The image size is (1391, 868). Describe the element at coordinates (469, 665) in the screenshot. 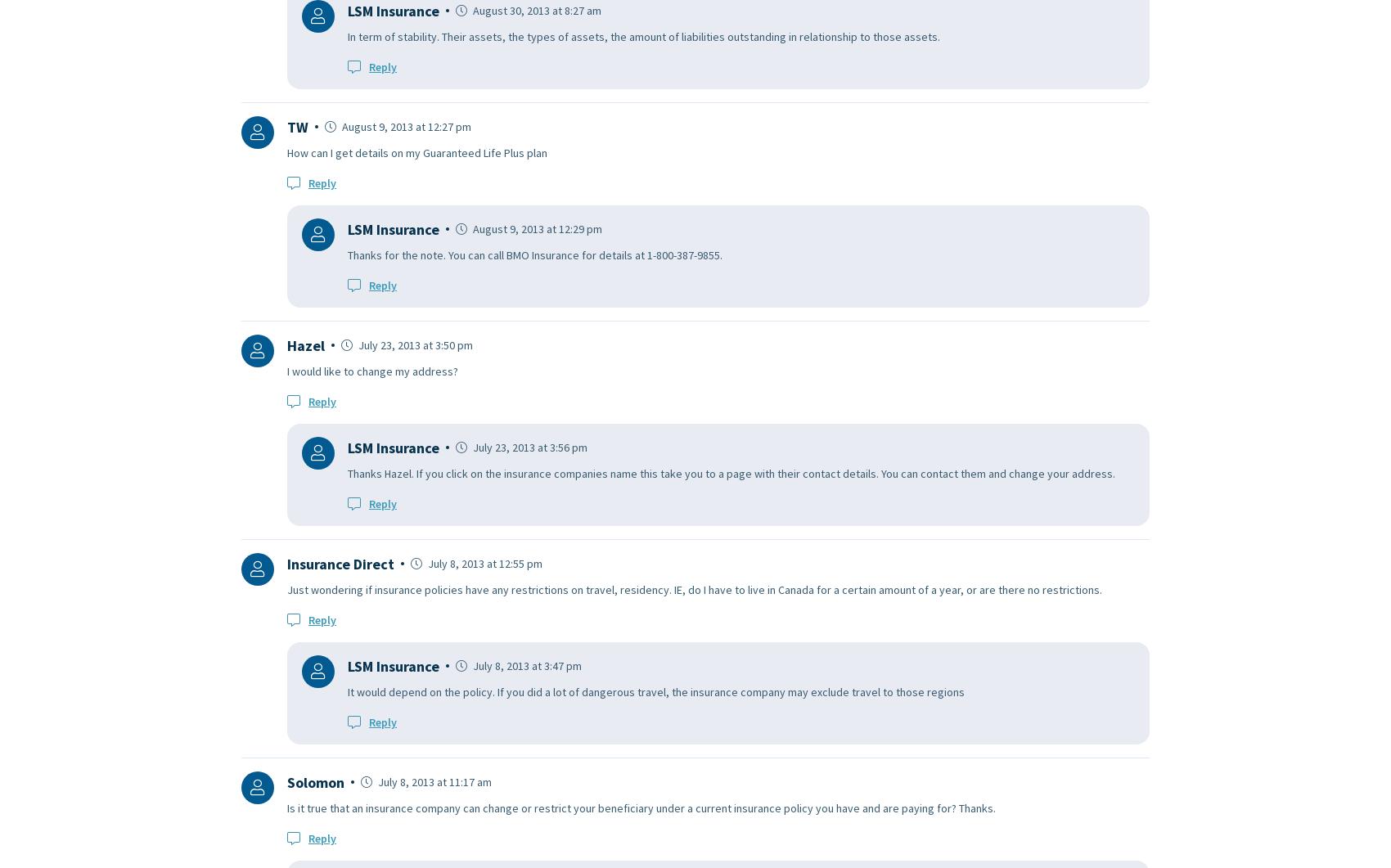

I see `'July 8, 2013 at 3:47 pm'` at that location.